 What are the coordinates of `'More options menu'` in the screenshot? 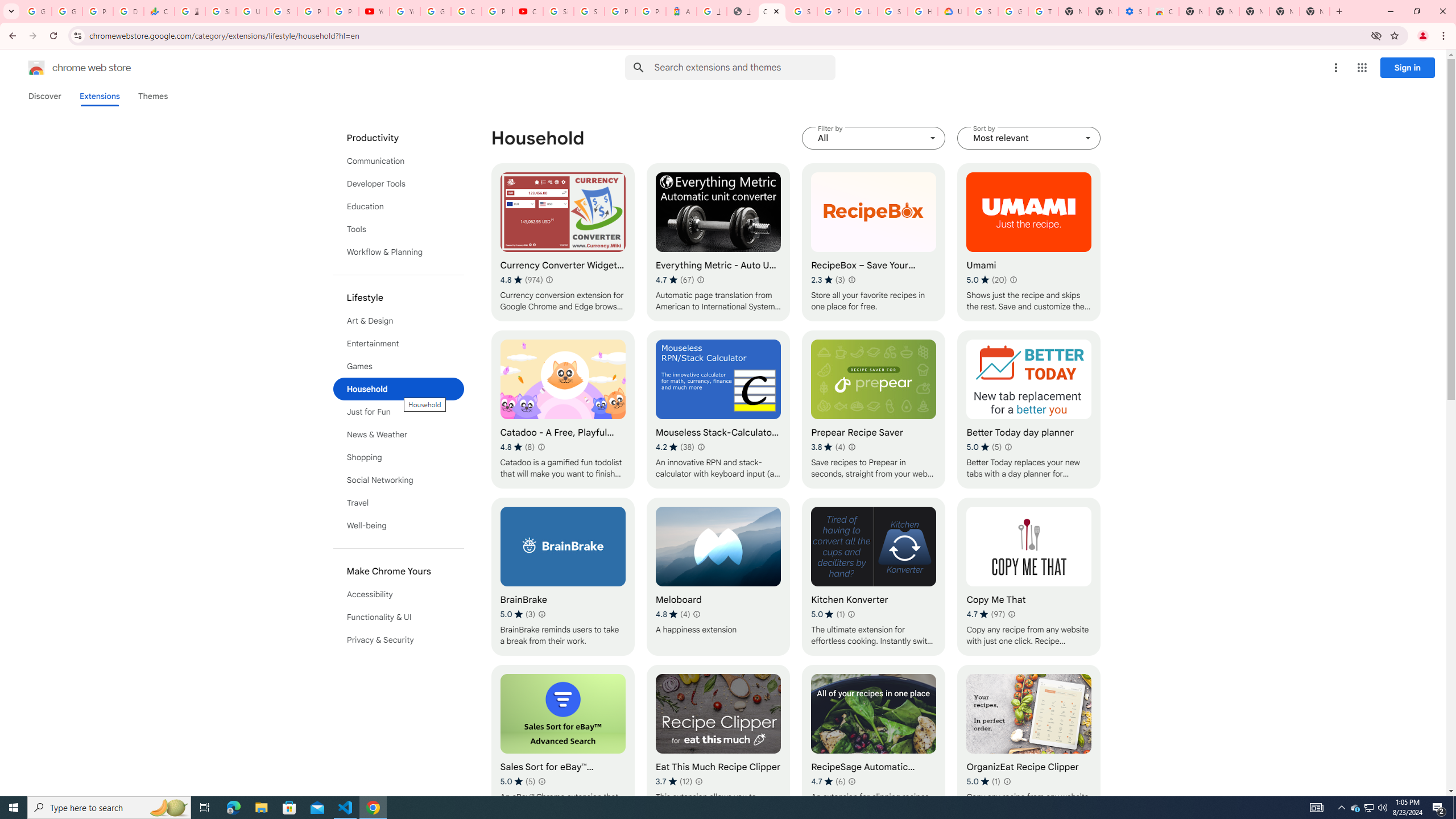 It's located at (1335, 67).